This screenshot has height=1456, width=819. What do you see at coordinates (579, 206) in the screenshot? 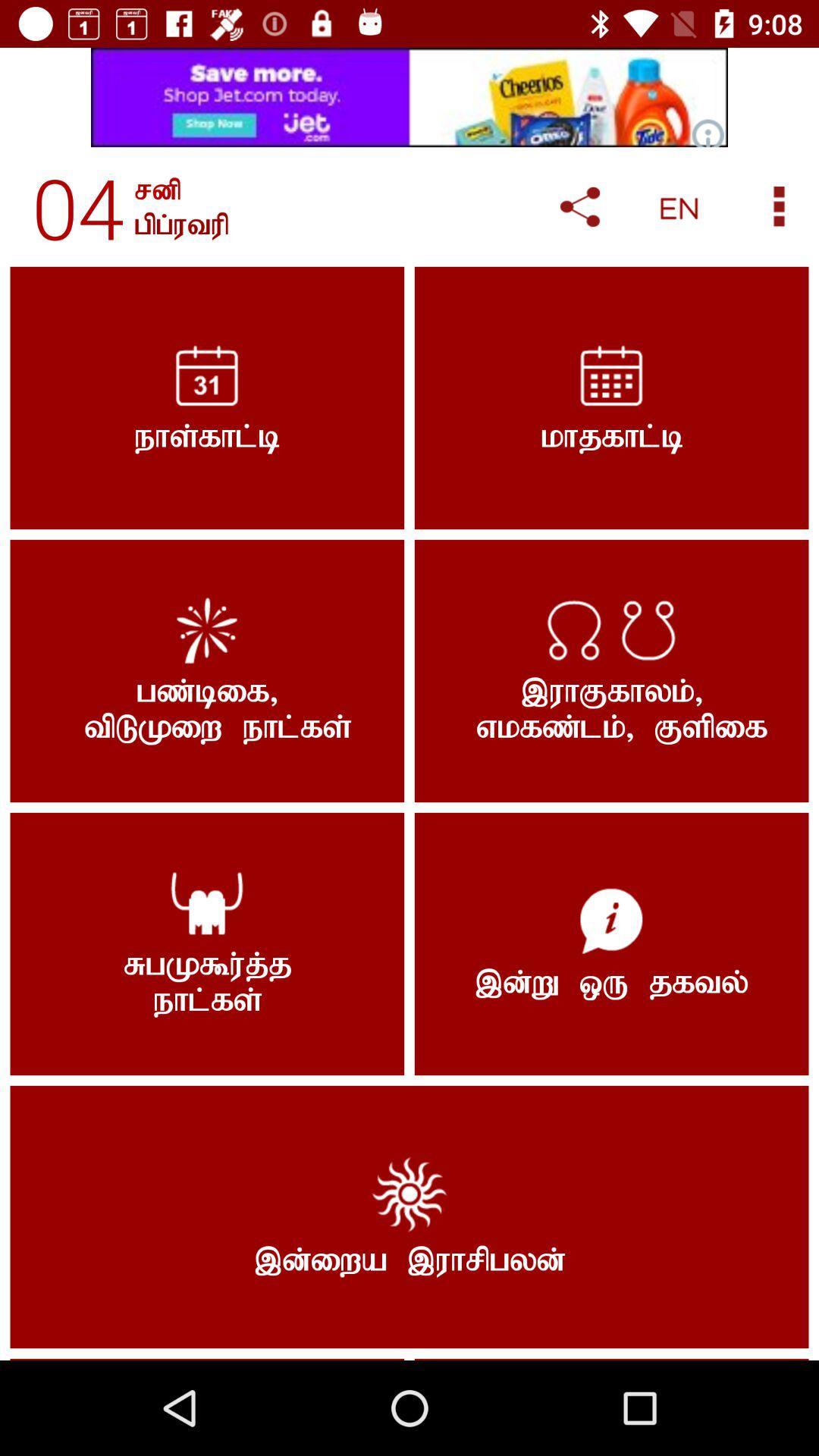
I see `share` at bounding box center [579, 206].